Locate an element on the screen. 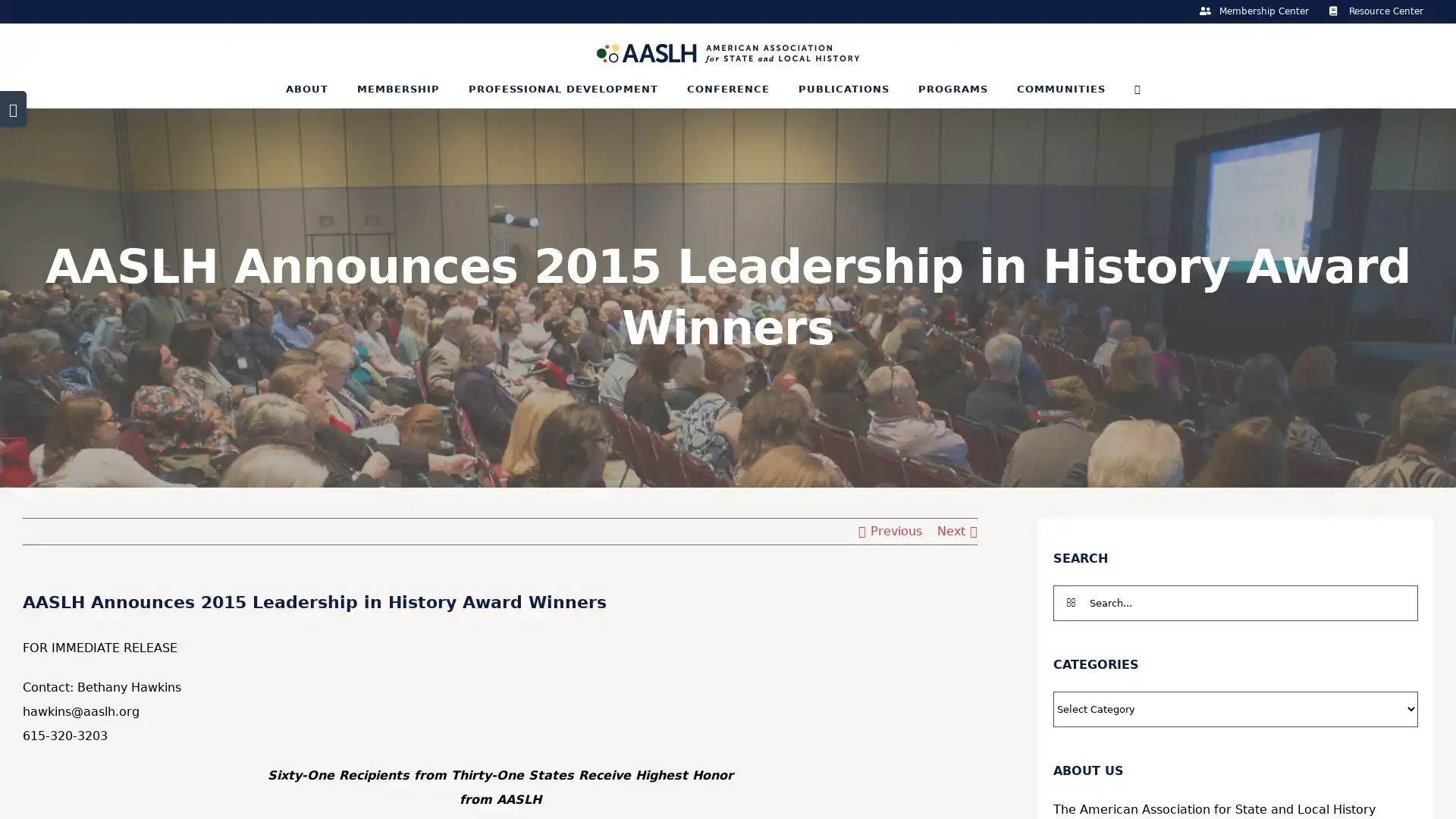 This screenshot has width=1456, height=819. Search is located at coordinates (1137, 88).